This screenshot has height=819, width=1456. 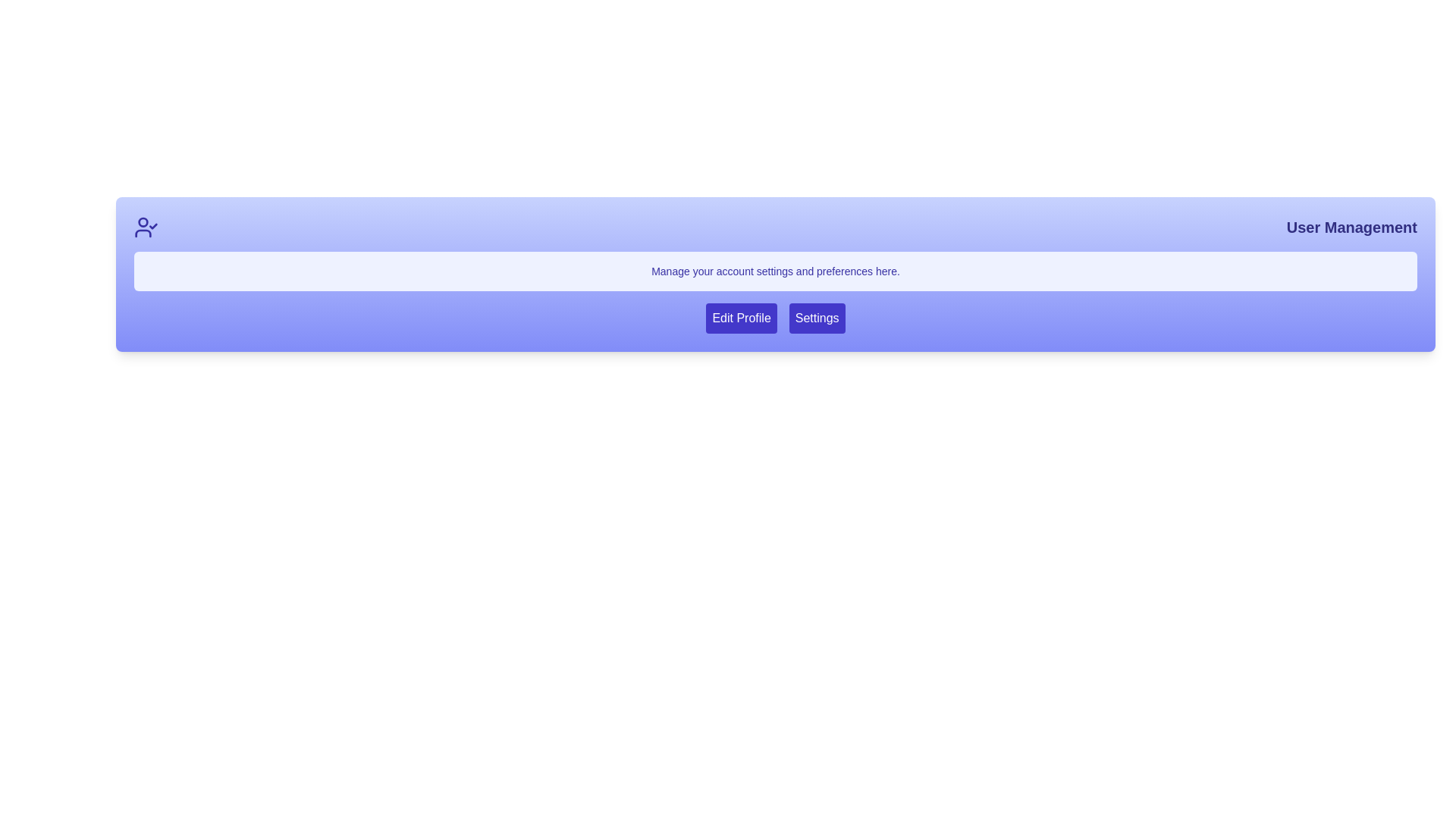 I want to click on the user silhouette icon with a check mark, which is indigo blue and located in the header bar labeled 'User Management', so click(x=146, y=227).